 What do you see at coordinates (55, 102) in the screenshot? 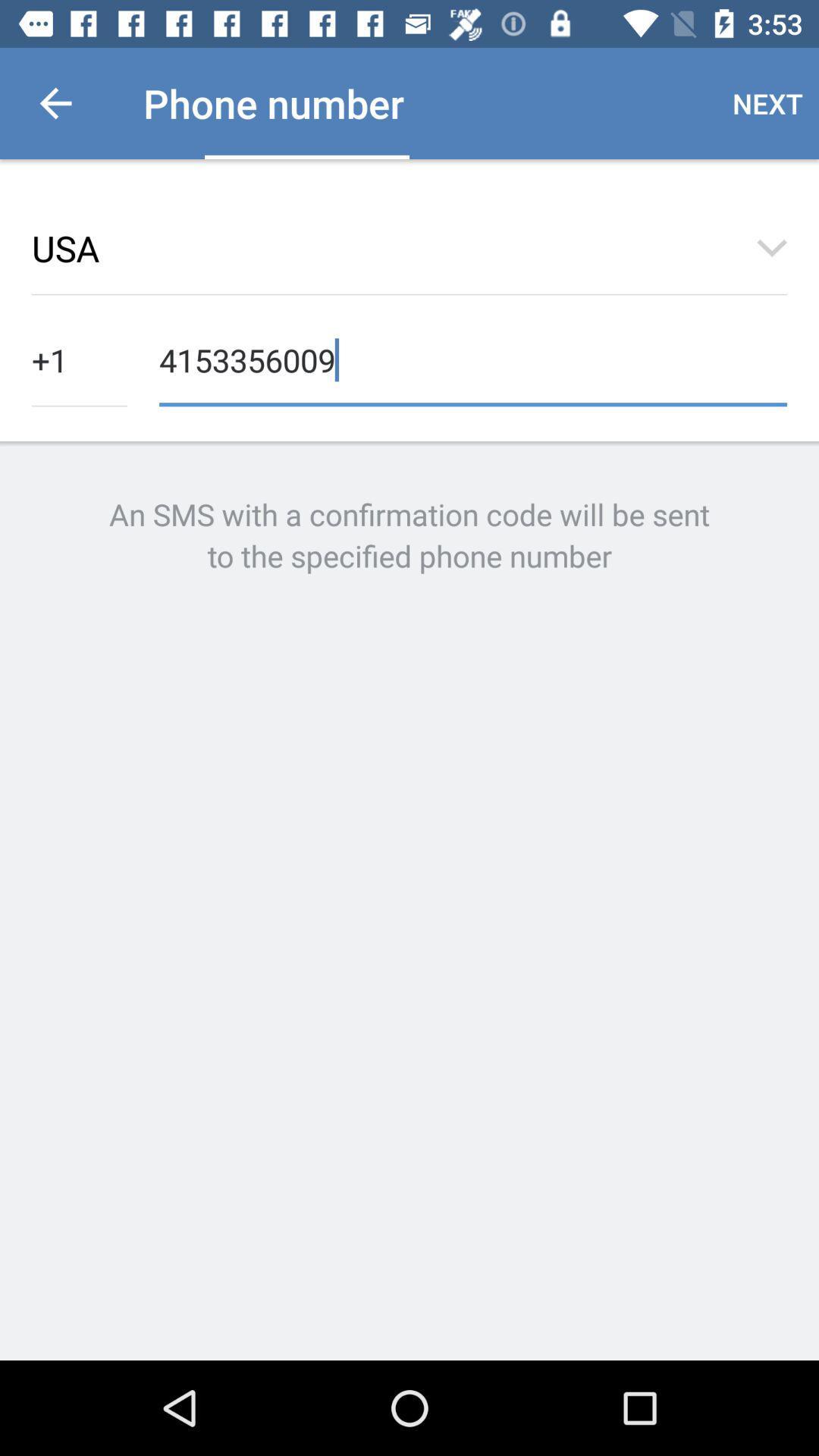
I see `the icon next to the phone number item` at bounding box center [55, 102].